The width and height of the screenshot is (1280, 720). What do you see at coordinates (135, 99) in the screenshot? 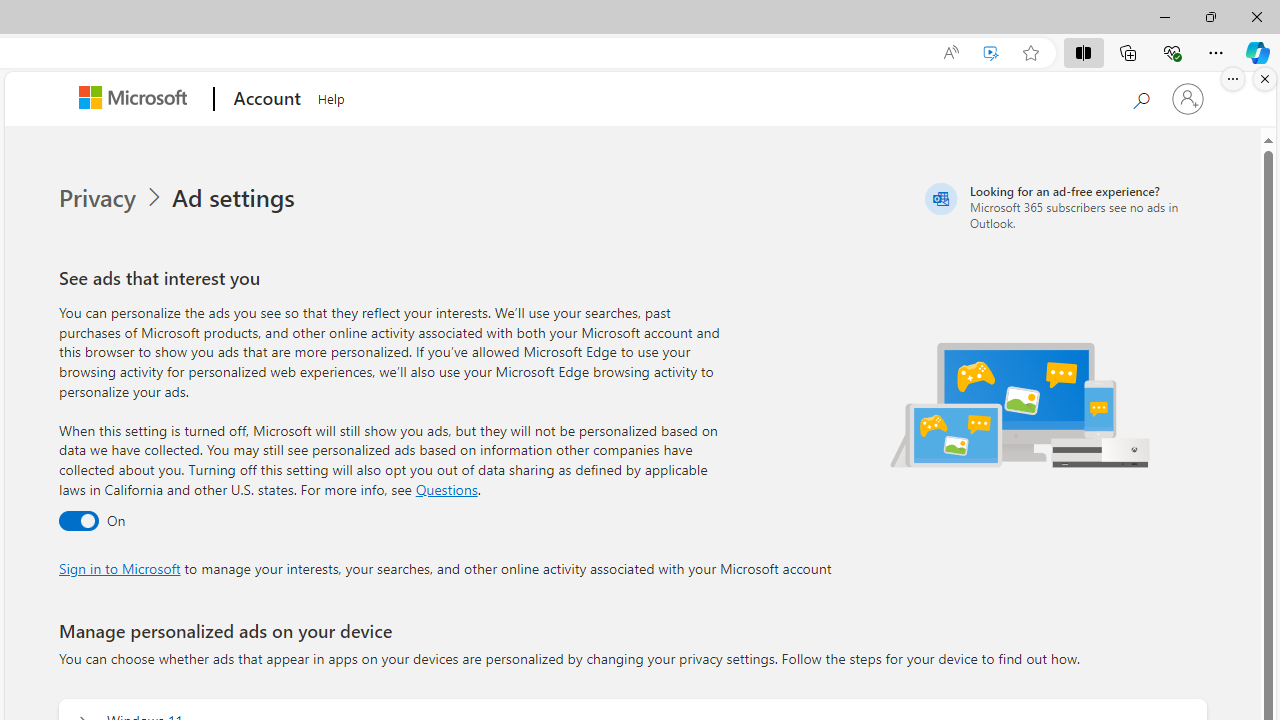
I see `'Microsoft'` at bounding box center [135, 99].